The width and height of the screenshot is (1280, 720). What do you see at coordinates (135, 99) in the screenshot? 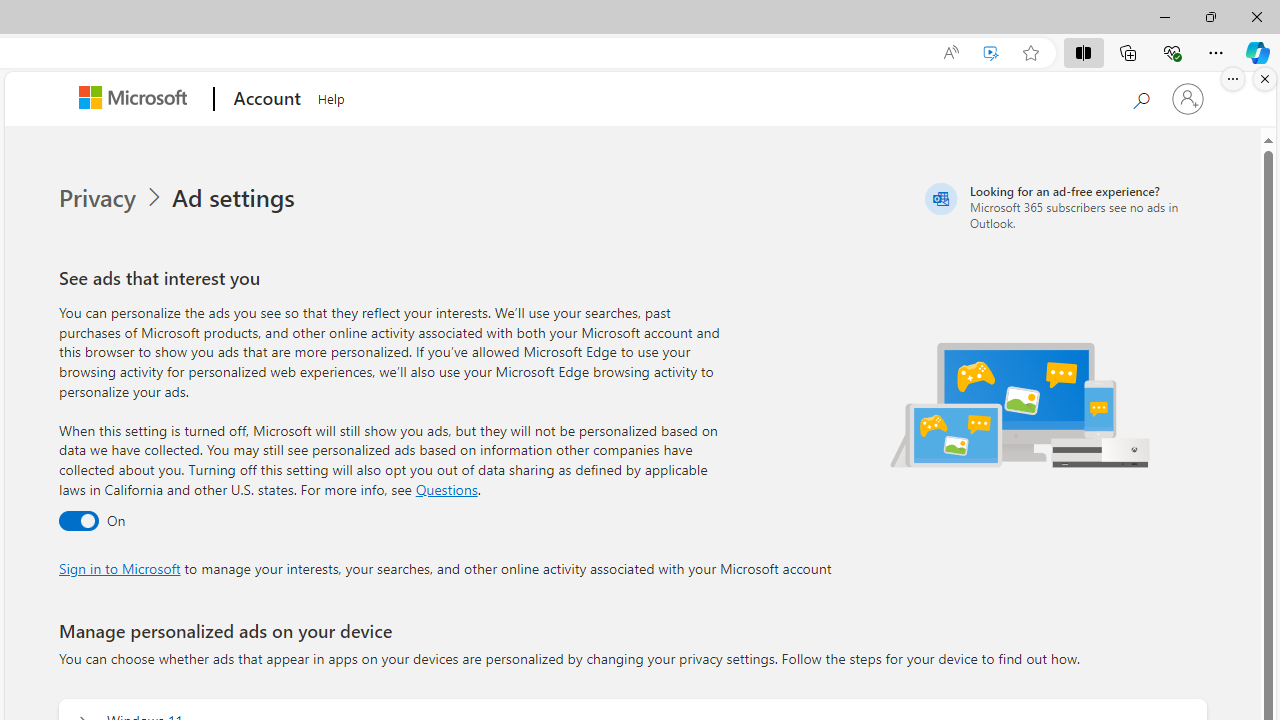
I see `'Microsoft'` at bounding box center [135, 99].